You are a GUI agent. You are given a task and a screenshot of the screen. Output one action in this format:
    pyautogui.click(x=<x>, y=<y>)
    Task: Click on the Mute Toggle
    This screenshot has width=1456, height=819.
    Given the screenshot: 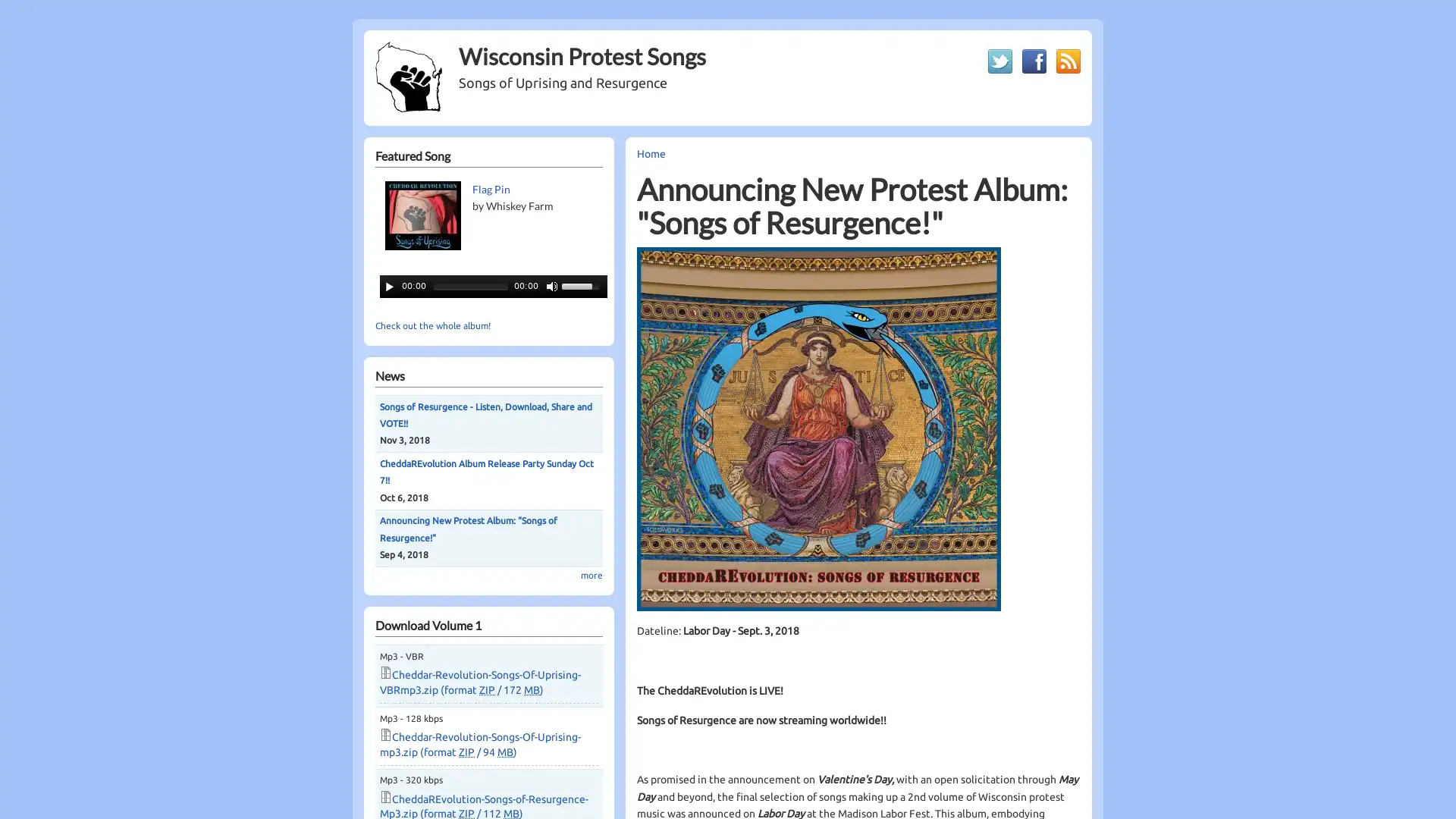 What is the action you would take?
    pyautogui.click(x=551, y=286)
    